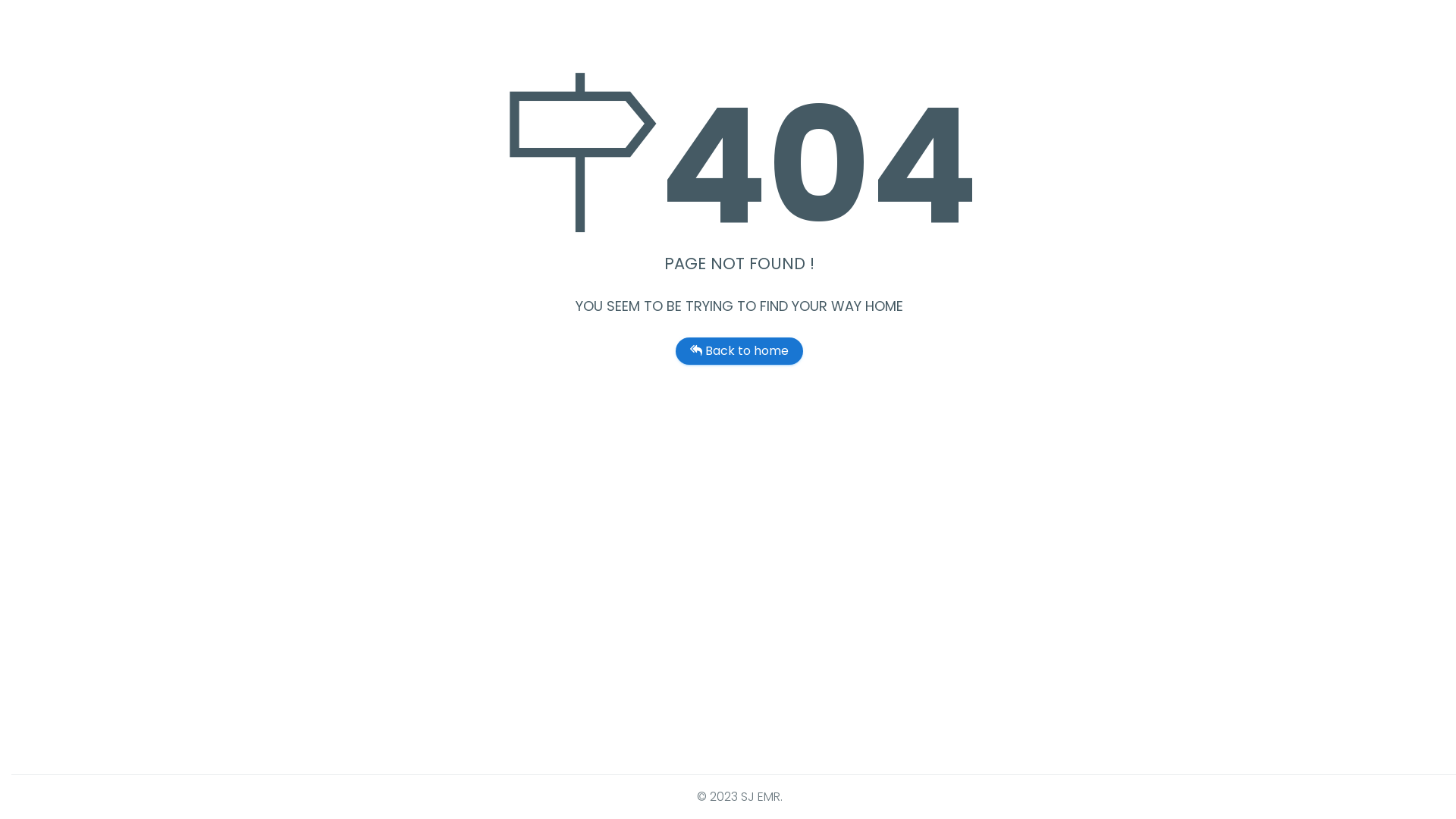 This screenshot has width=1456, height=819. I want to click on 'Back to home', so click(739, 350).